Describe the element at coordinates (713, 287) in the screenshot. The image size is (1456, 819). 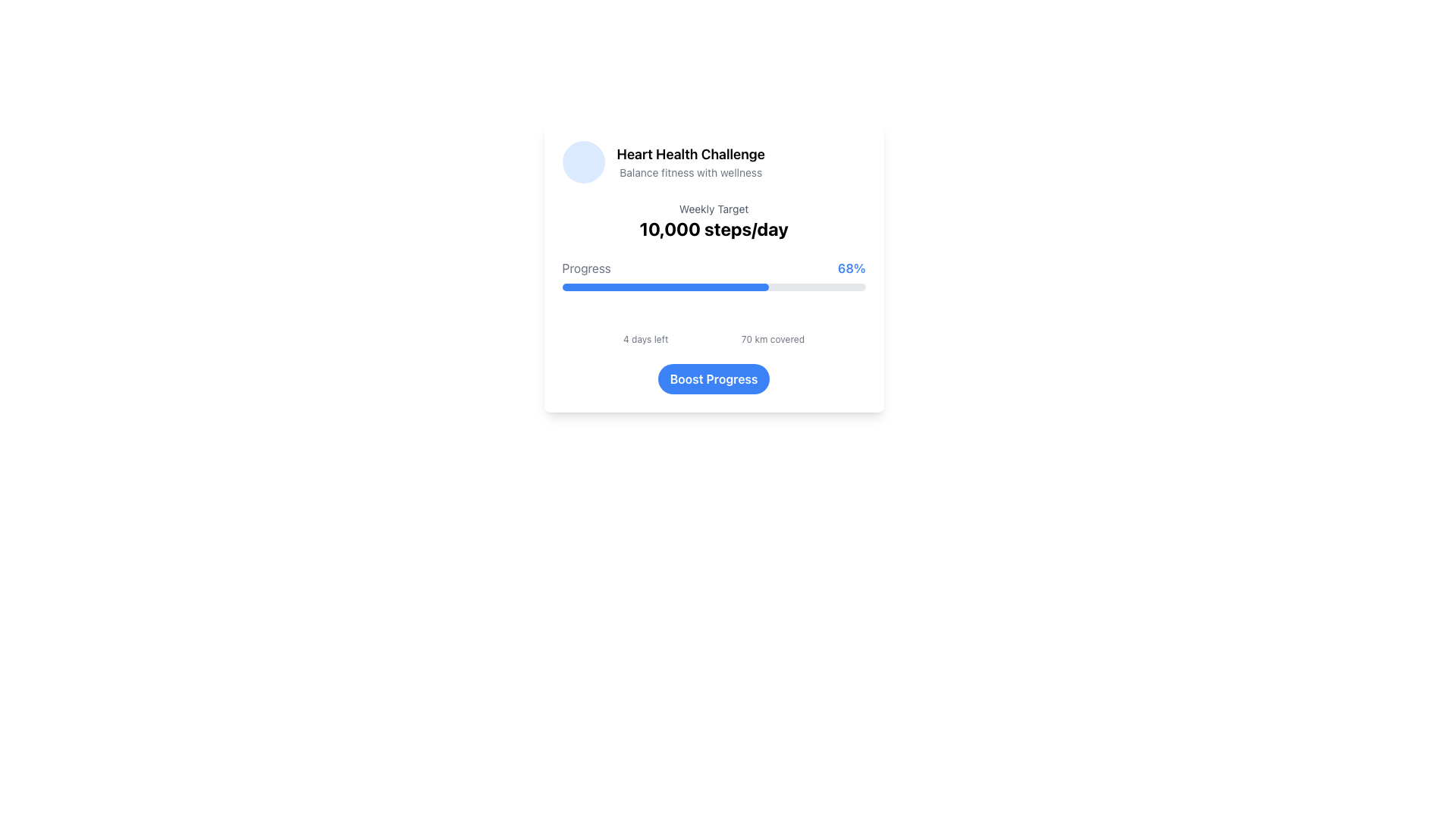
I see `the progress bar with a gray background and blue-filled section indicating 68% progress, located below the text 'Progress' and '68%'` at that location.